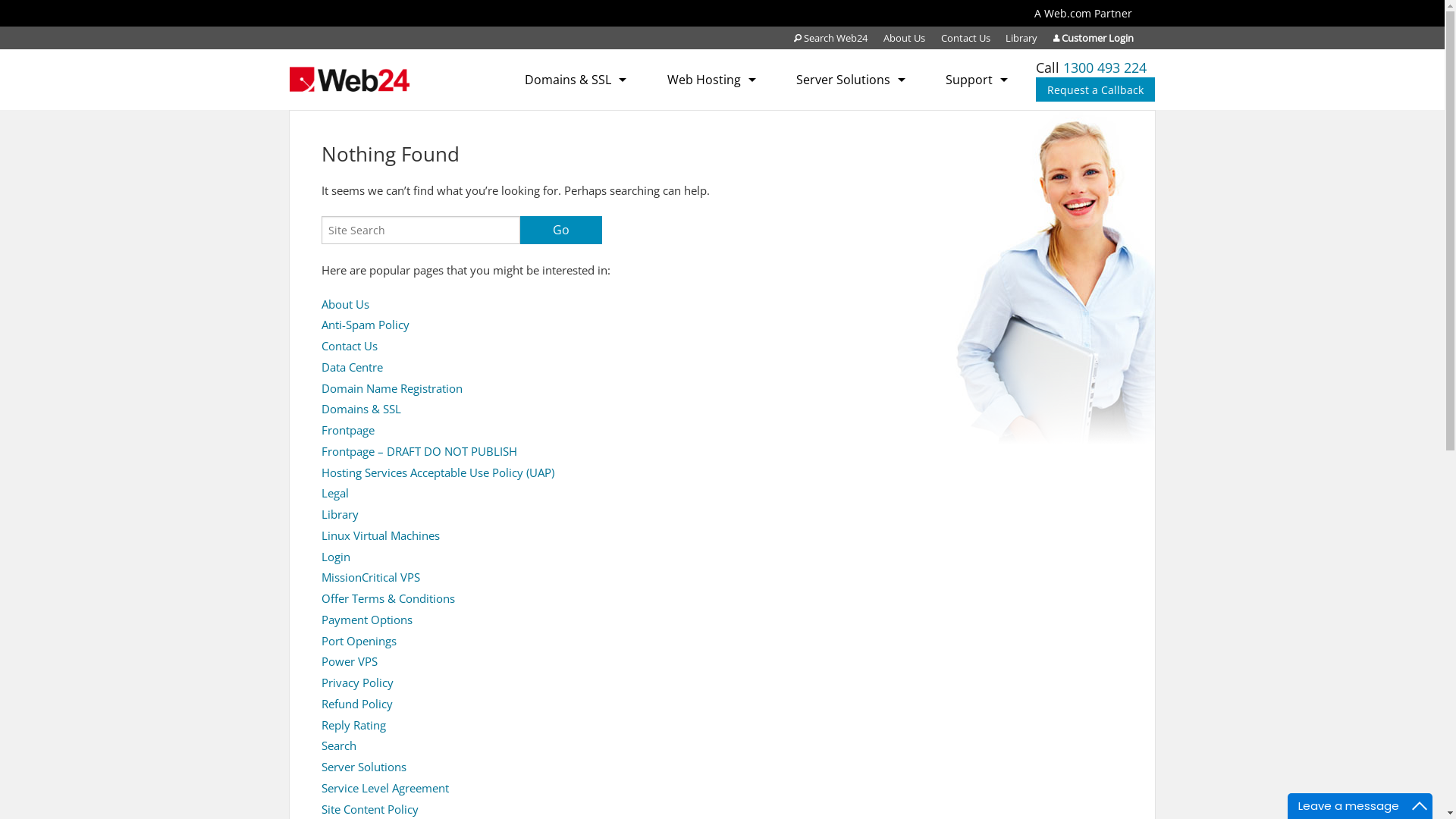  What do you see at coordinates (365, 324) in the screenshot?
I see `'Anti-Spam Policy'` at bounding box center [365, 324].